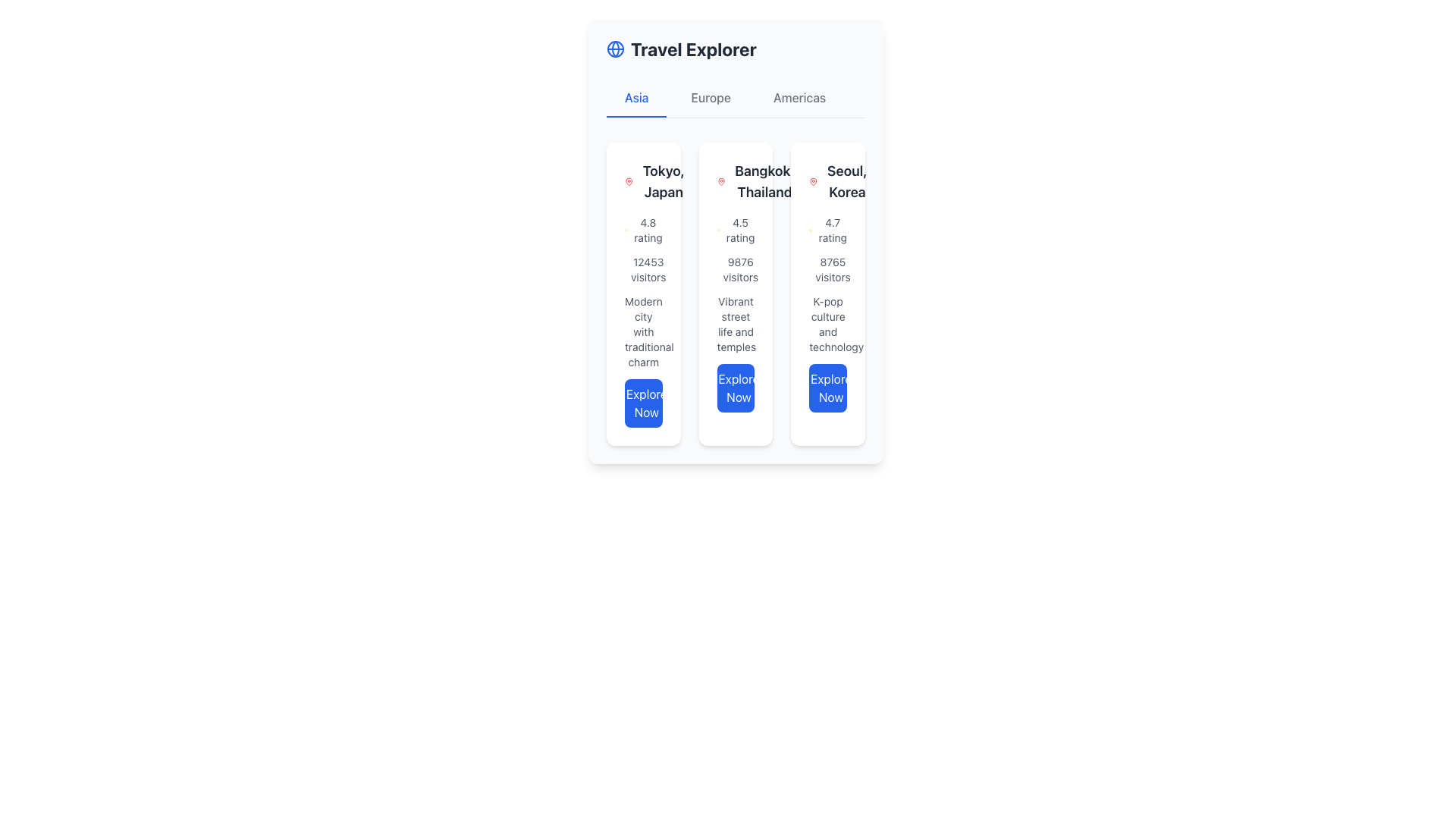  I want to click on text 'Bangkok, Thailand' displayed in bold black font, which is located in the center card of a group of three cards under the section titled 'Asia', so click(757, 180).